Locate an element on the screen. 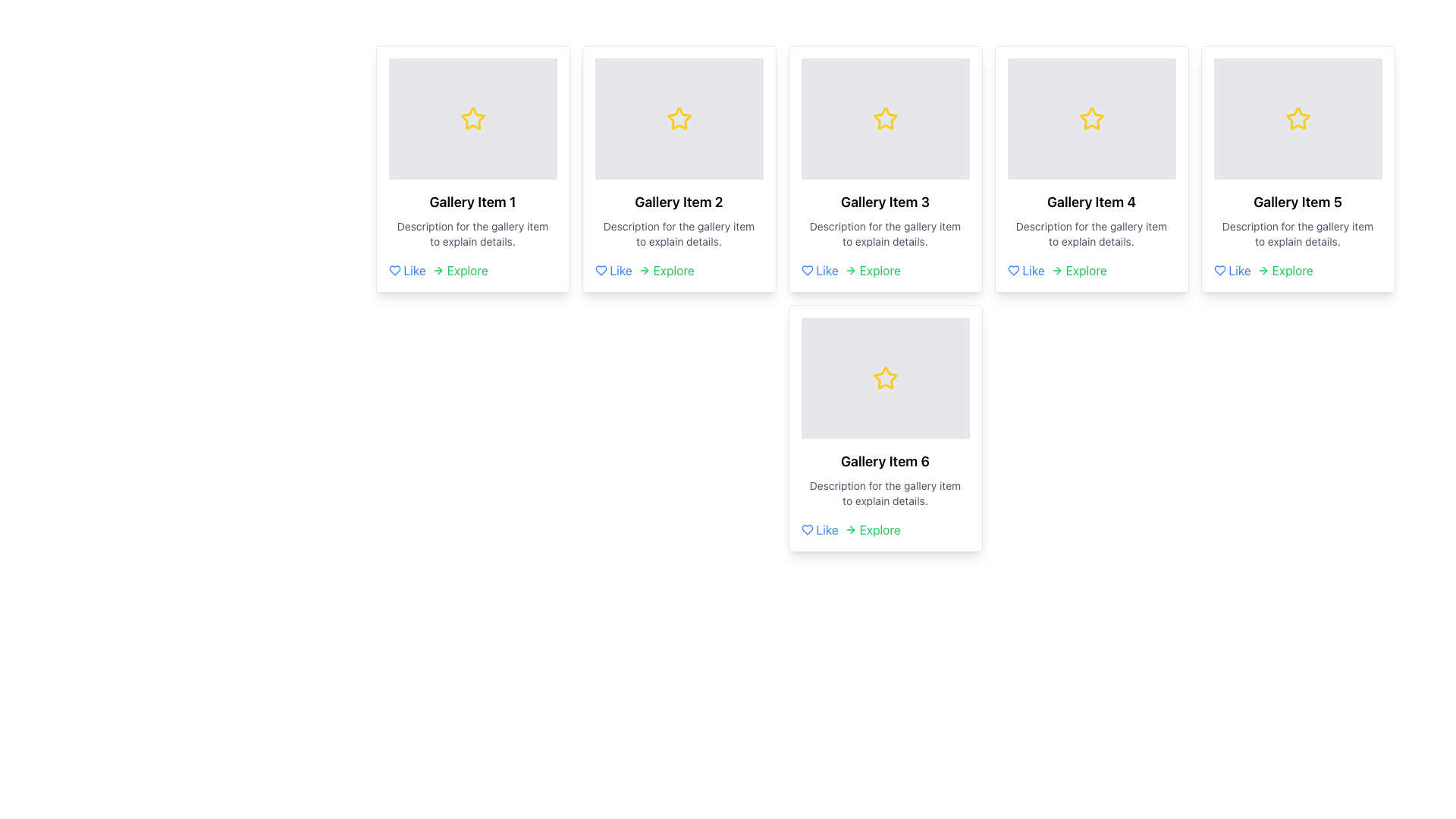 The width and height of the screenshot is (1456, 819). the heart icon located directly beneath the text 'Gallery Item 2' to like or unlike the item is located at coordinates (600, 270).